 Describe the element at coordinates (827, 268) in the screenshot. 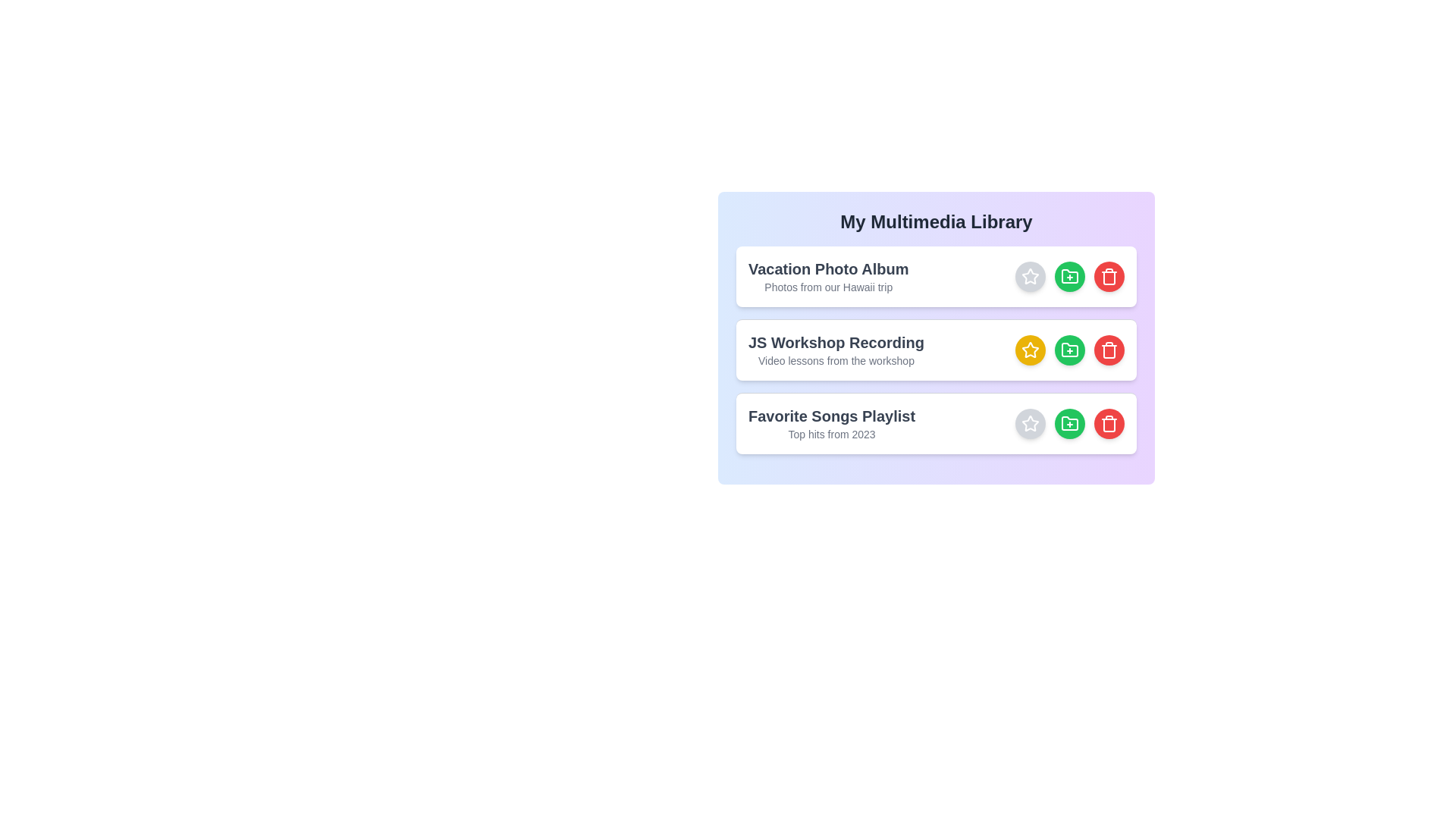

I see `the Text label that serves as a title for the photo album in the 'My Multimedia Library' section` at that location.